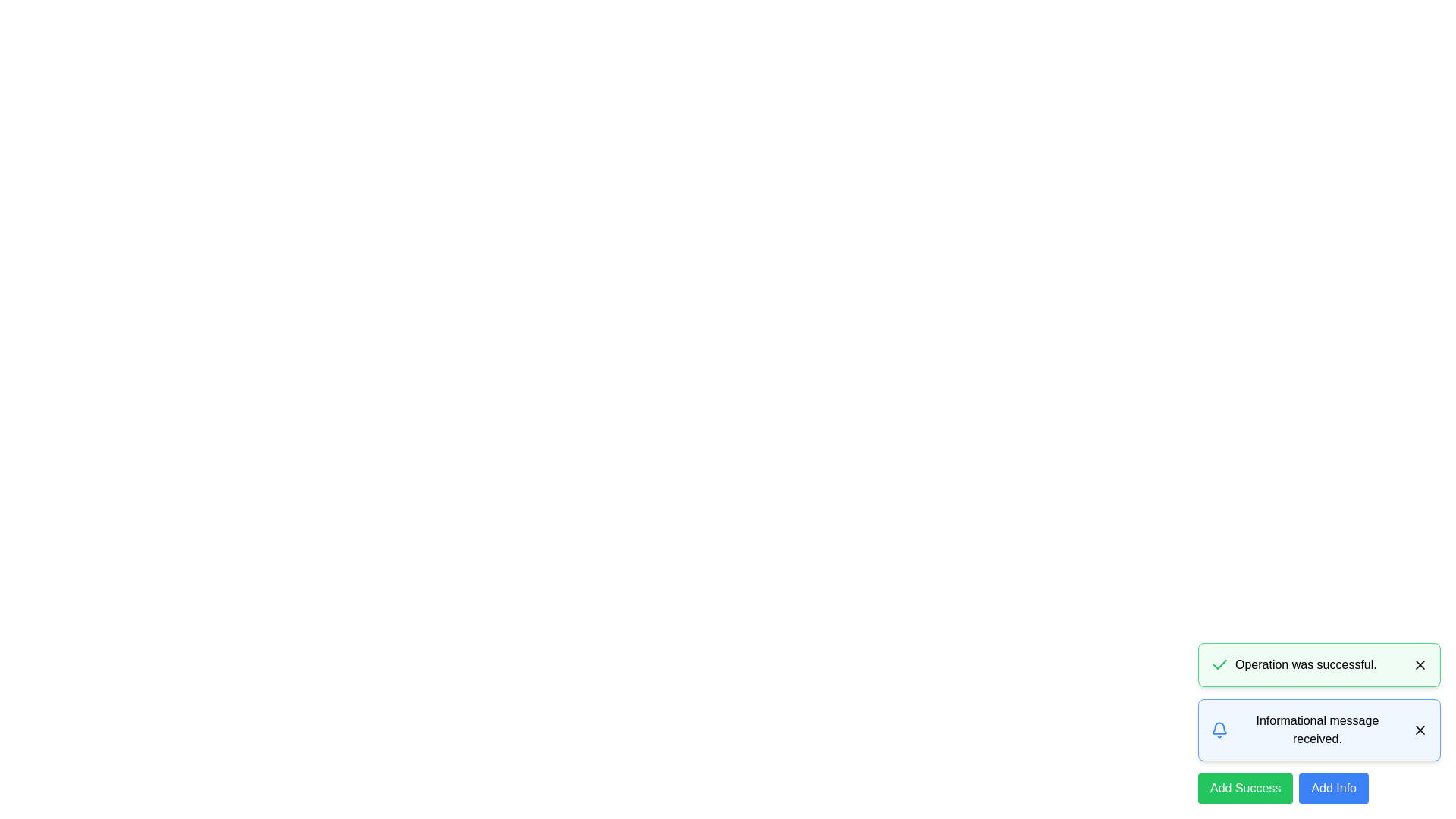  I want to click on the close button in the top-right corner of the blue notification box, so click(1419, 730).